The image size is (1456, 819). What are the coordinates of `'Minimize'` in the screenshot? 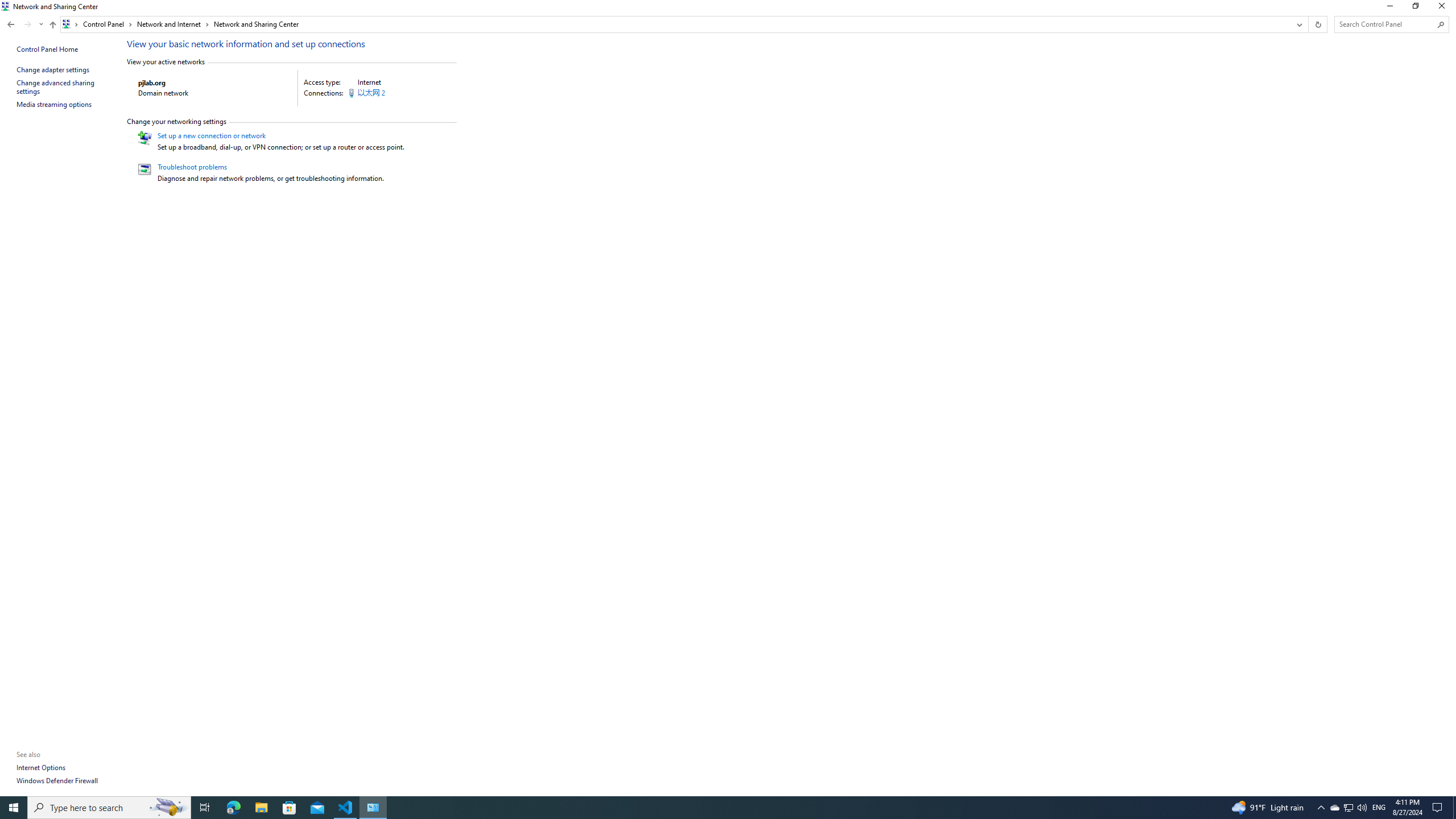 It's located at (1388, 9).